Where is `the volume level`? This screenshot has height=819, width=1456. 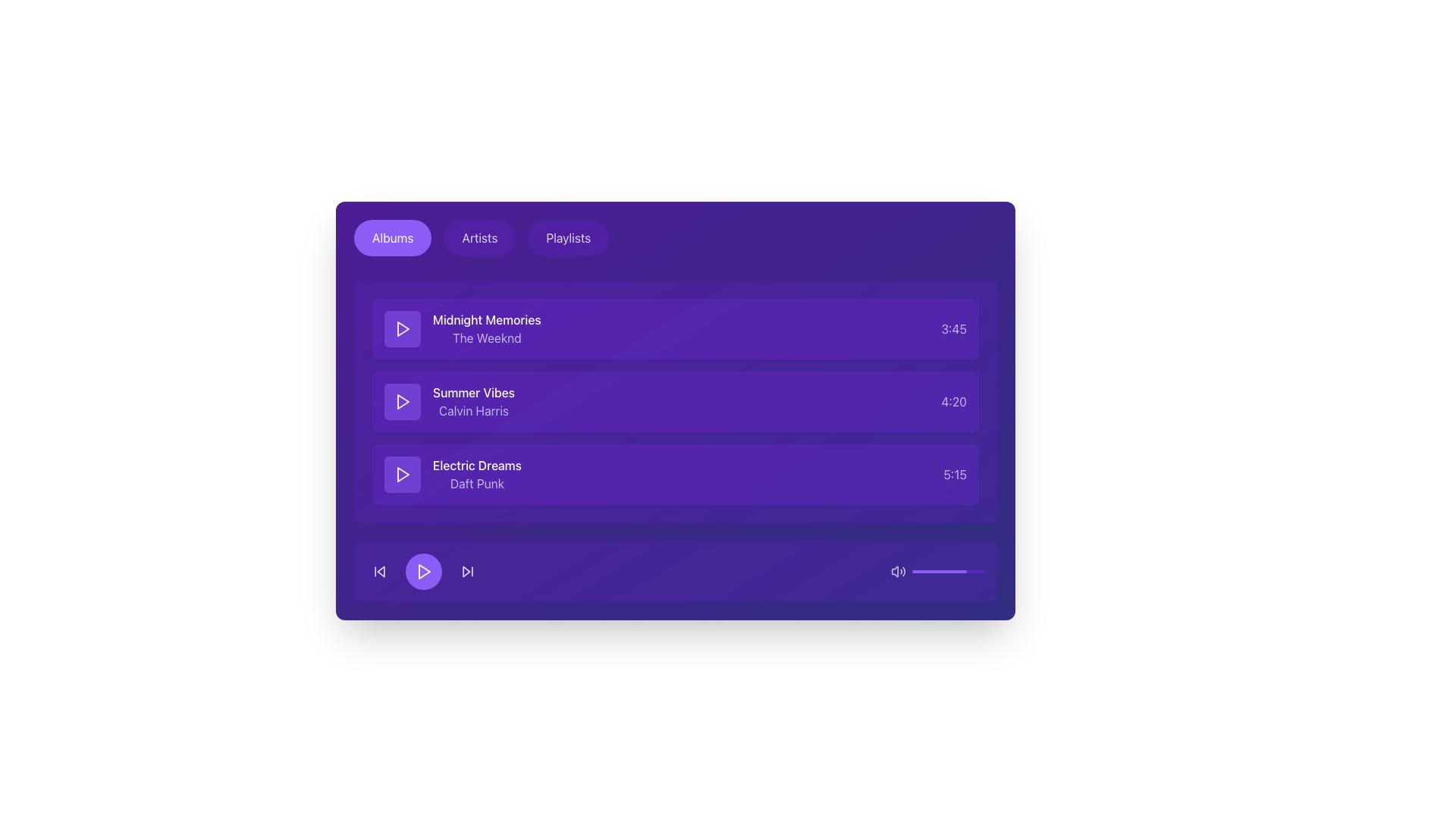
the volume level is located at coordinates (924, 571).